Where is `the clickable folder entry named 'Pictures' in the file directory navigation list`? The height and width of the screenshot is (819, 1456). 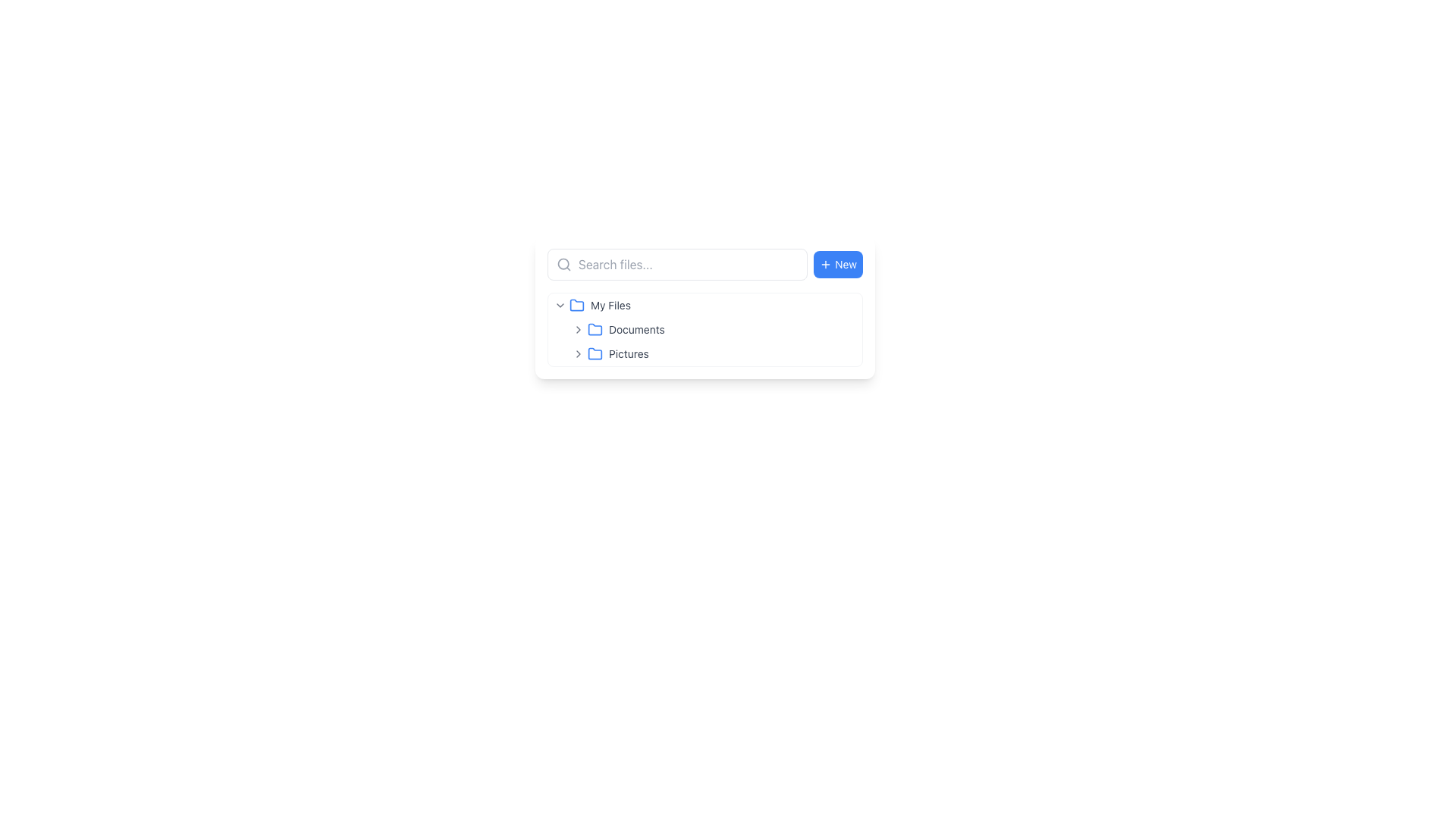 the clickable folder entry named 'Pictures' in the file directory navigation list is located at coordinates (704, 353).